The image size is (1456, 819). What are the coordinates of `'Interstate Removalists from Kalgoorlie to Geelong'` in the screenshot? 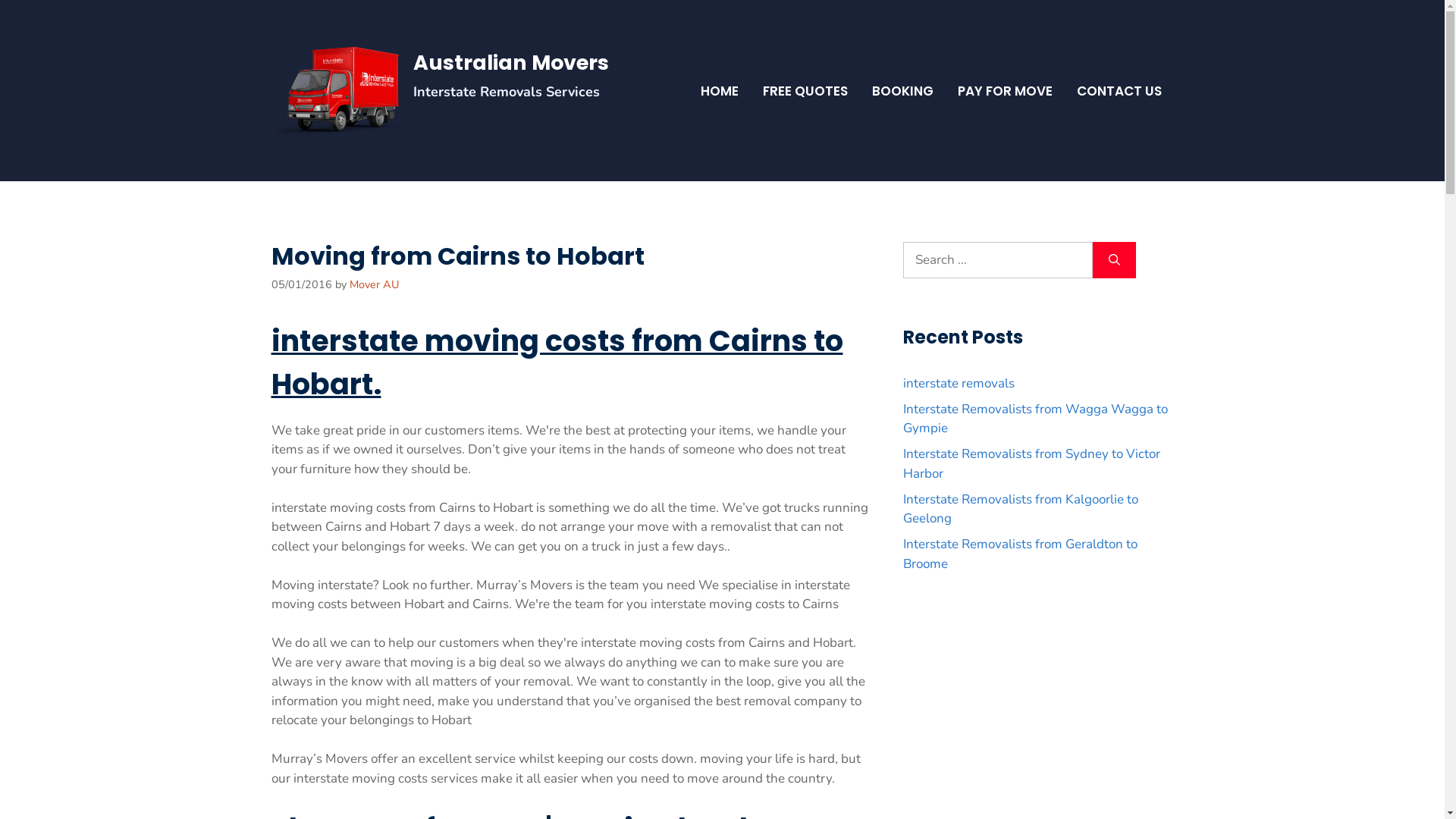 It's located at (1019, 509).